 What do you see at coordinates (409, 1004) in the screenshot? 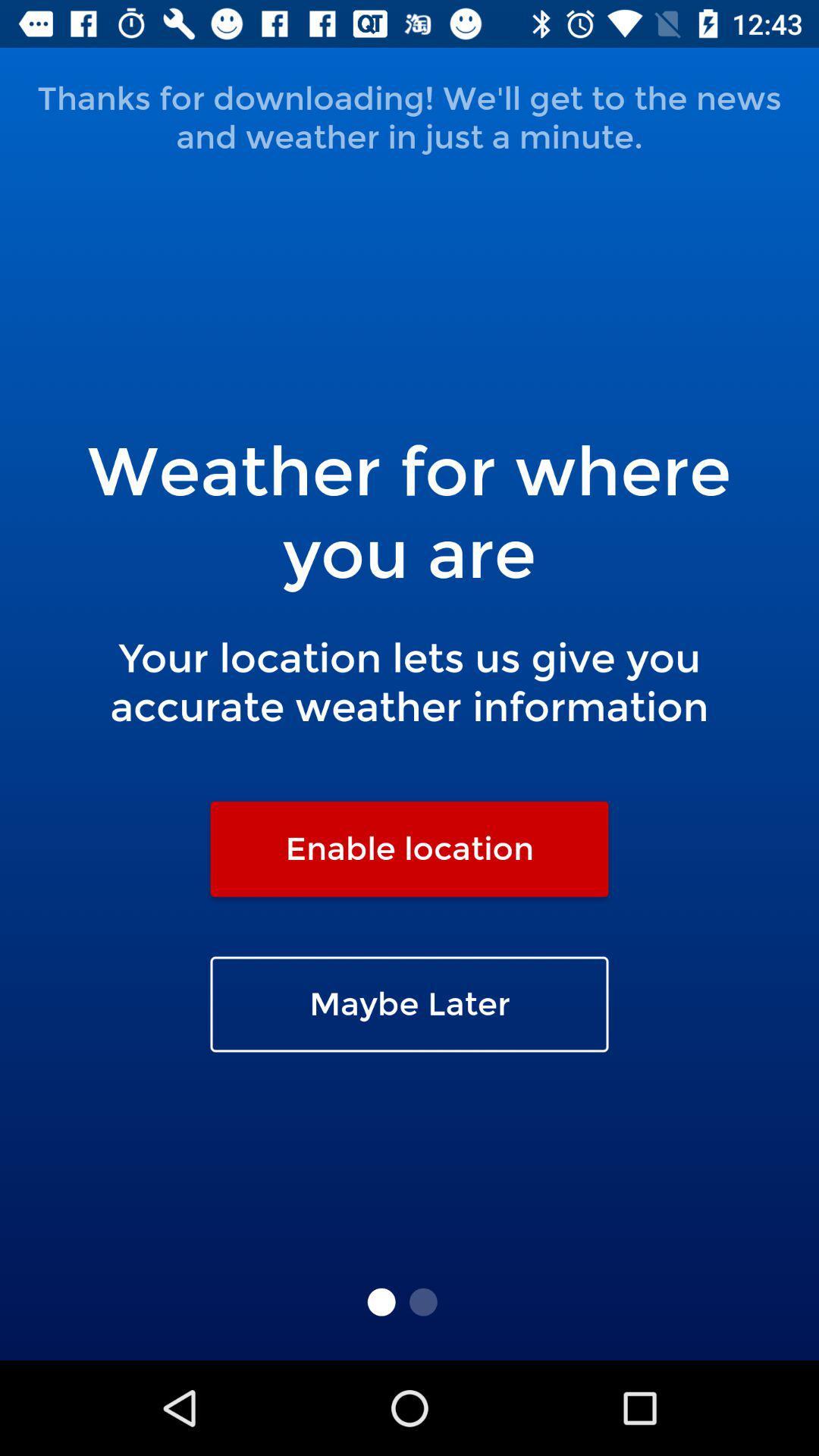
I see `maybe later icon` at bounding box center [409, 1004].